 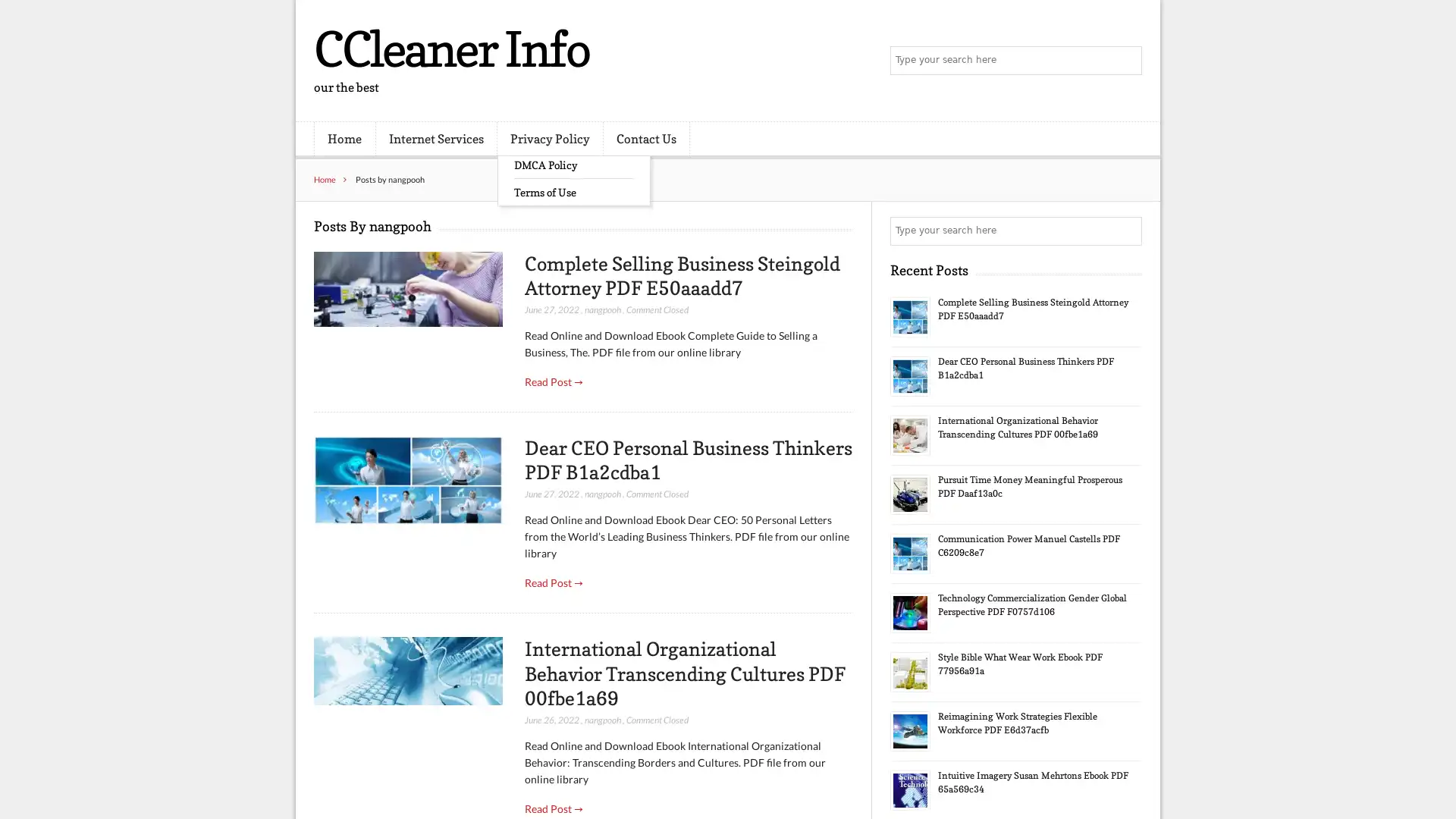 What do you see at coordinates (1126, 61) in the screenshot?
I see `Search` at bounding box center [1126, 61].